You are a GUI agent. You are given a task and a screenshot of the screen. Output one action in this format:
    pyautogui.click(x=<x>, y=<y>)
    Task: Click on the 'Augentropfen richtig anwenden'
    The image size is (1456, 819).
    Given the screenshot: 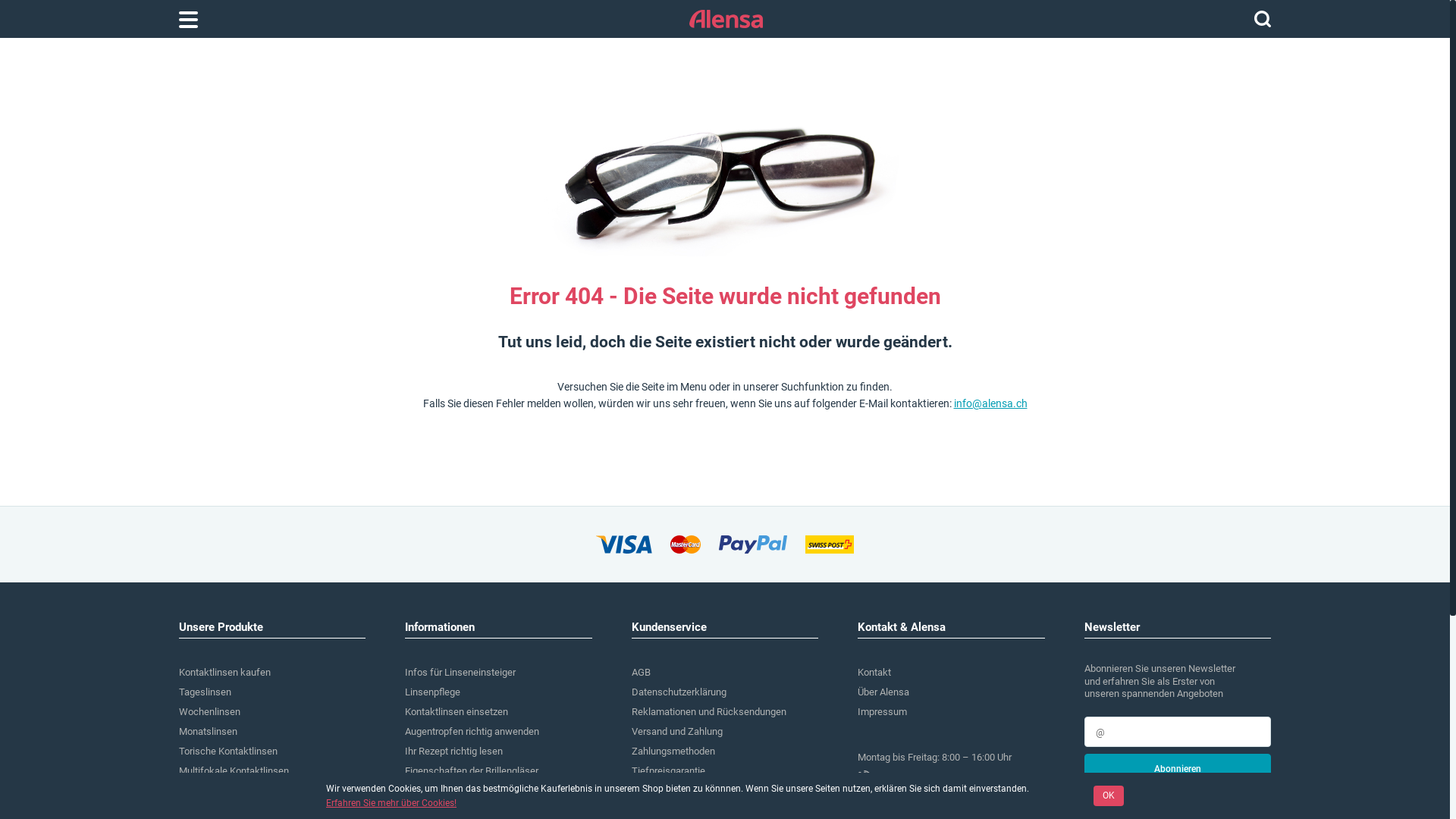 What is the action you would take?
    pyautogui.click(x=471, y=730)
    